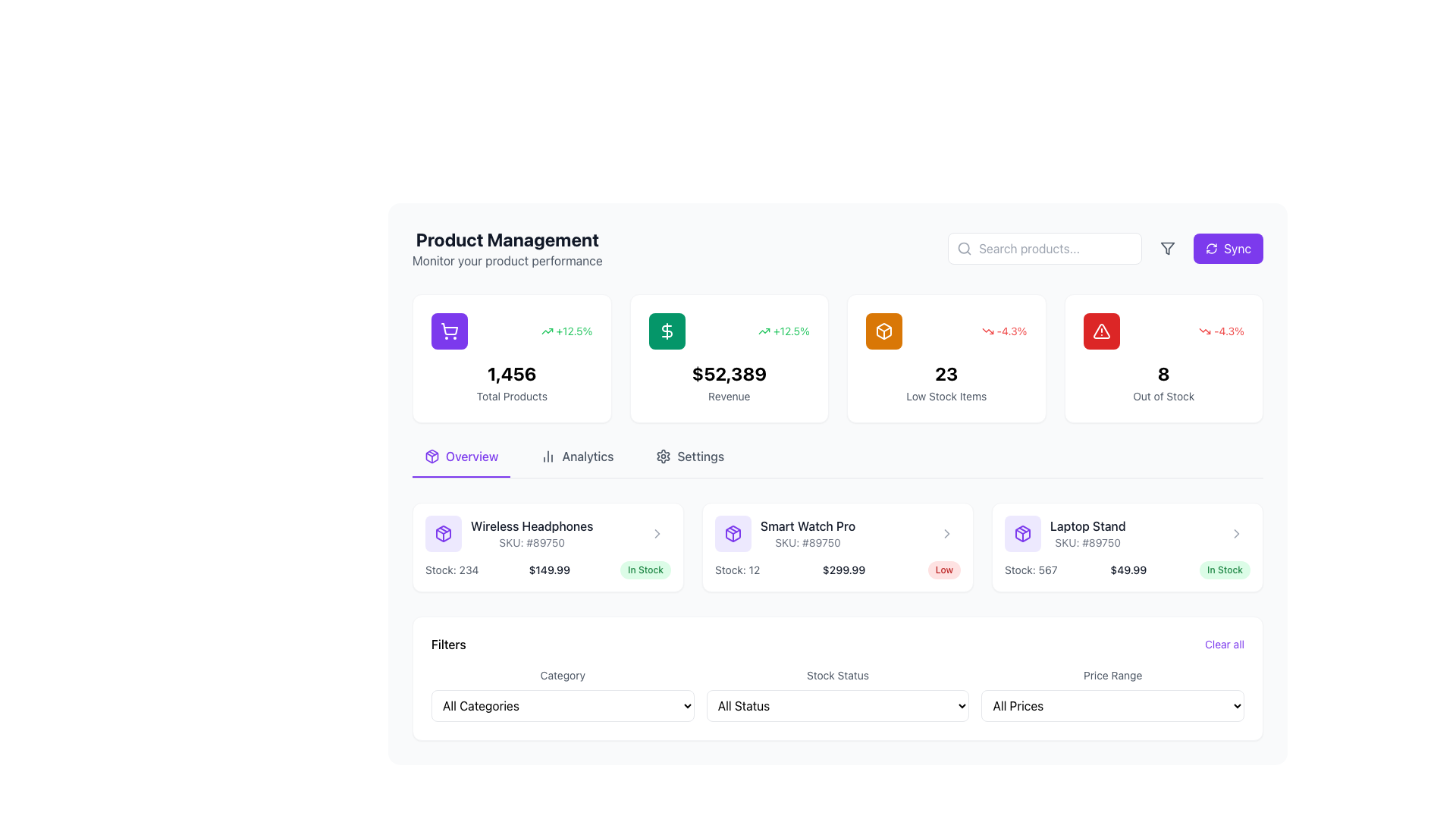 Image resolution: width=1456 pixels, height=819 pixels. I want to click on the decorative horizontal line that highlights the currently selected 'Overview' tab in the navigation interface, so click(460, 475).